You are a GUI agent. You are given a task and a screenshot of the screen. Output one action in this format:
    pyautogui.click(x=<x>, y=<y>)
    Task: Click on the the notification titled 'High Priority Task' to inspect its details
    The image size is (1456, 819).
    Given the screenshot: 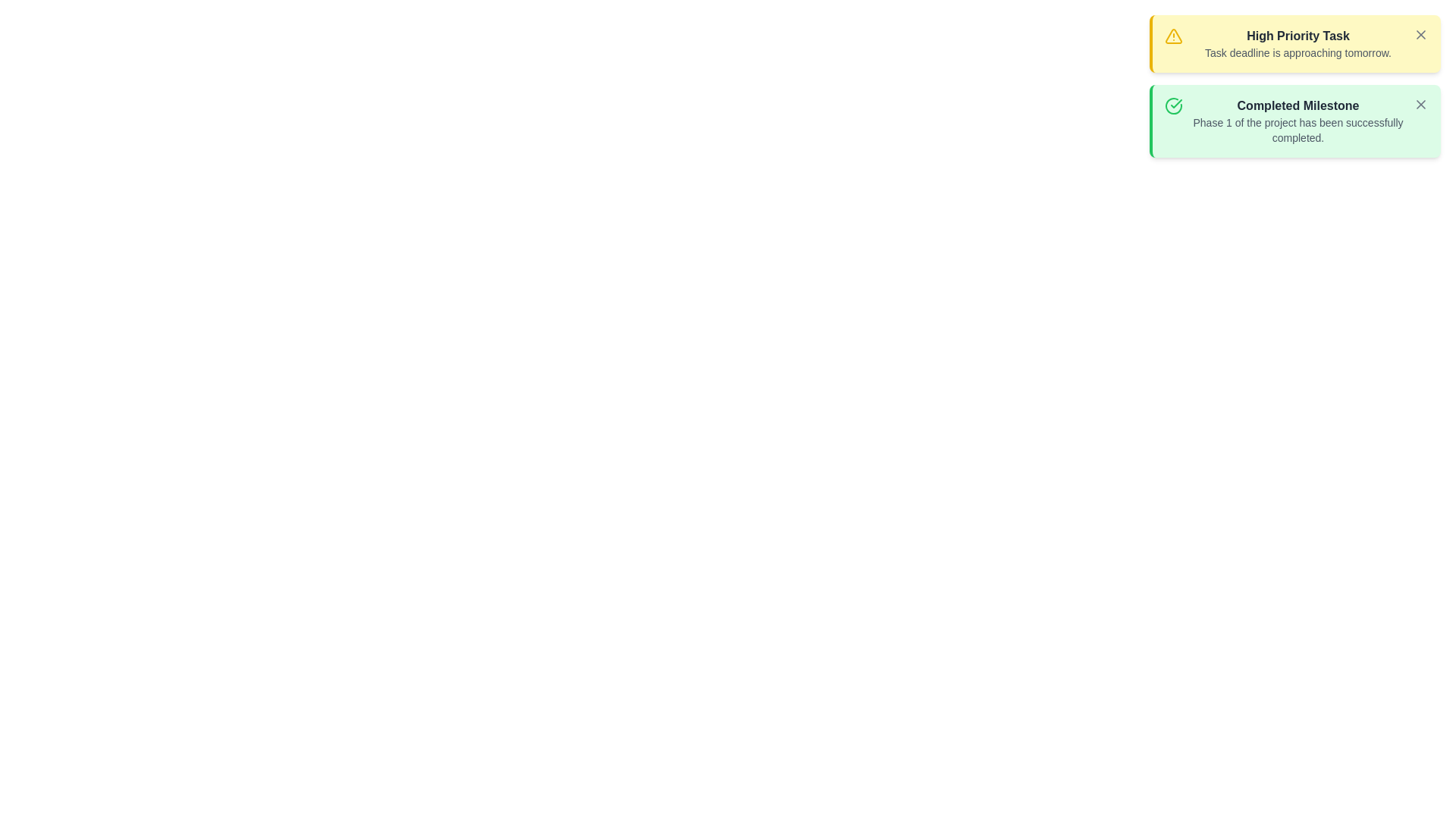 What is the action you would take?
    pyautogui.click(x=1294, y=42)
    